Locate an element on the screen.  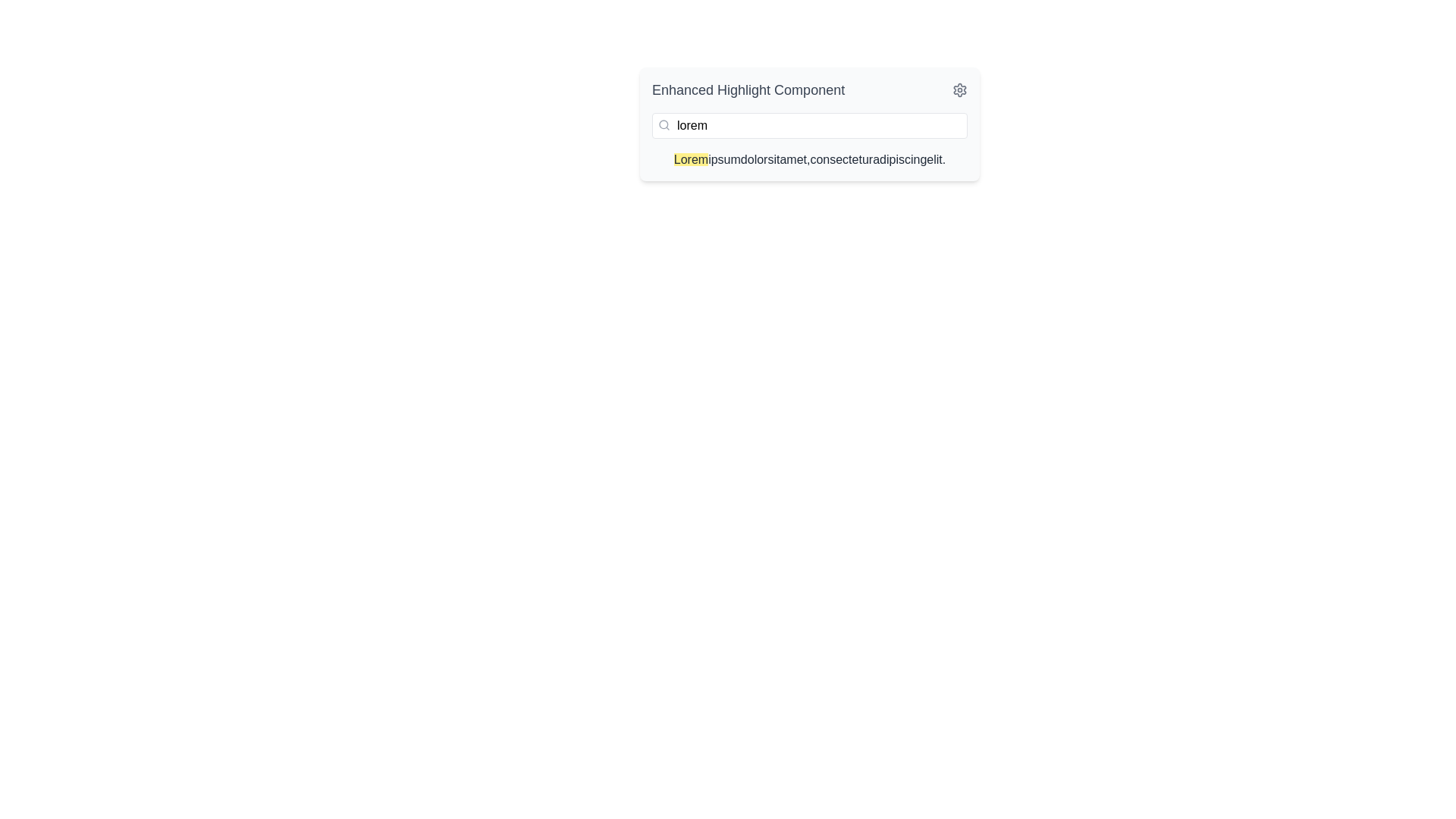
the gear icon button in the top-right corner of the 'Enhanced Highlight Component' is located at coordinates (959, 90).